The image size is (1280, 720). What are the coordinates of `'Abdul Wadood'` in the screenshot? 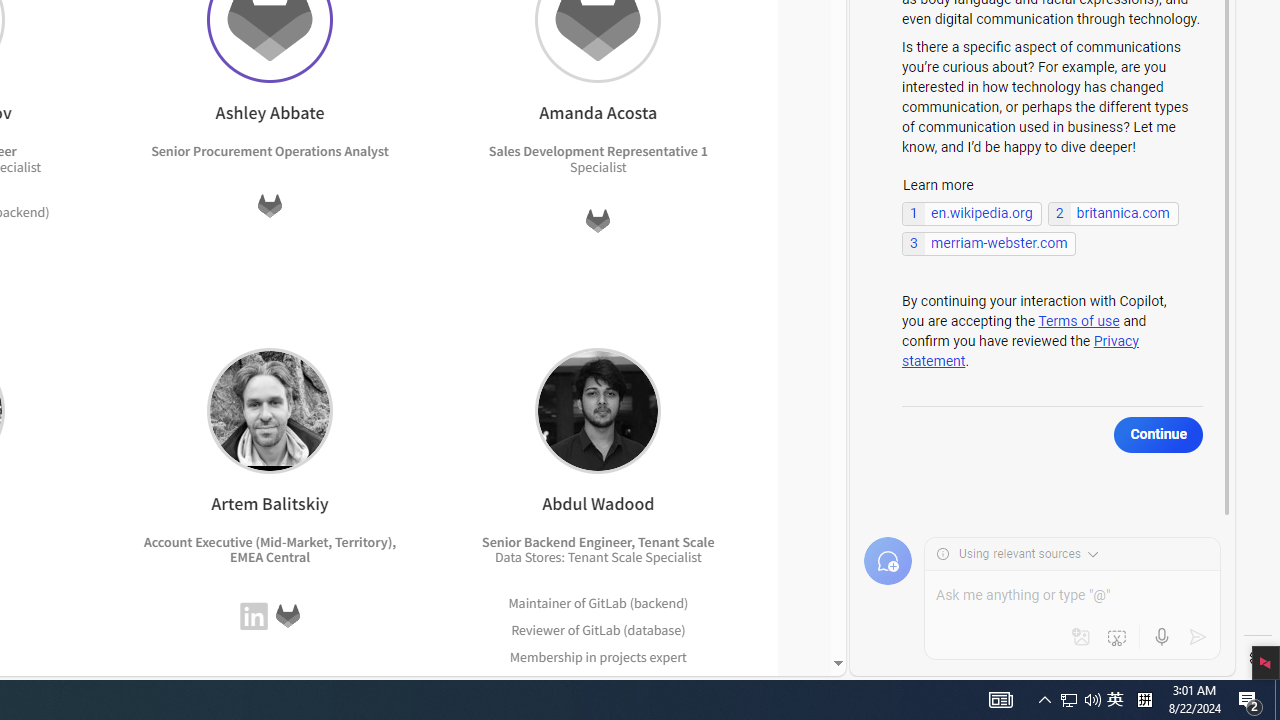 It's located at (597, 409).